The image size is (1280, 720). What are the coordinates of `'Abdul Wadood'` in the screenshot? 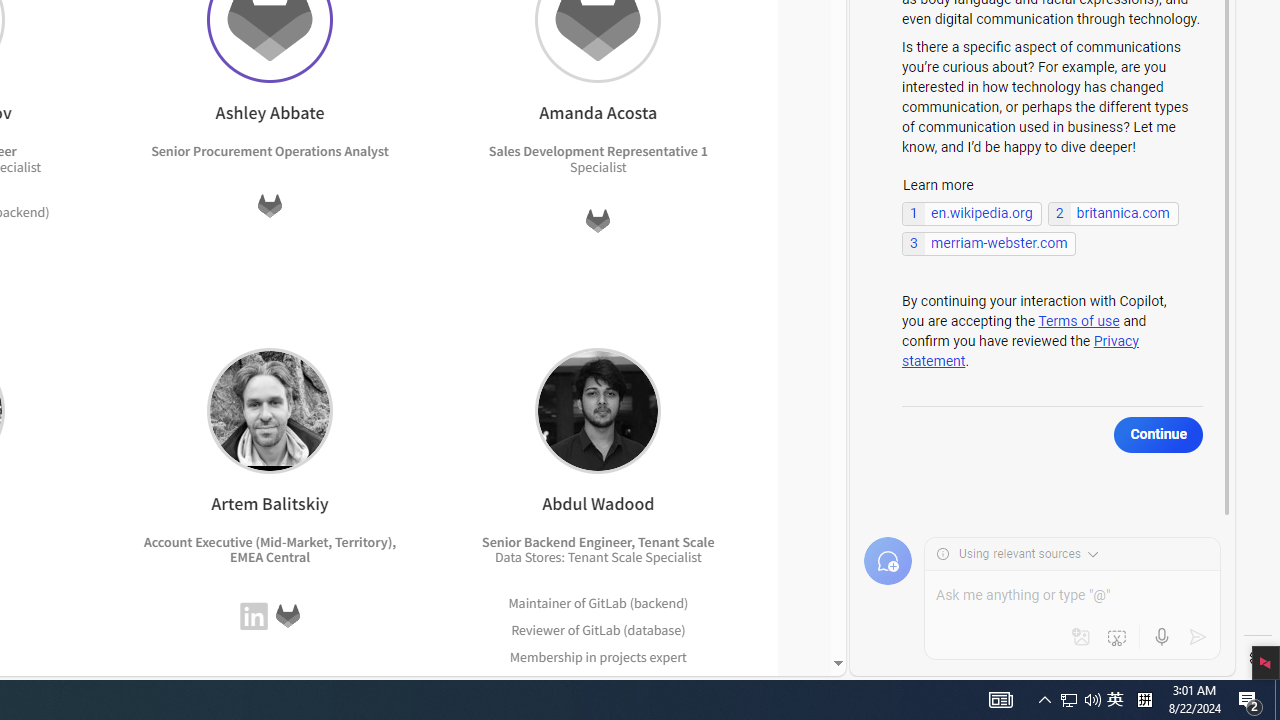 It's located at (597, 409).